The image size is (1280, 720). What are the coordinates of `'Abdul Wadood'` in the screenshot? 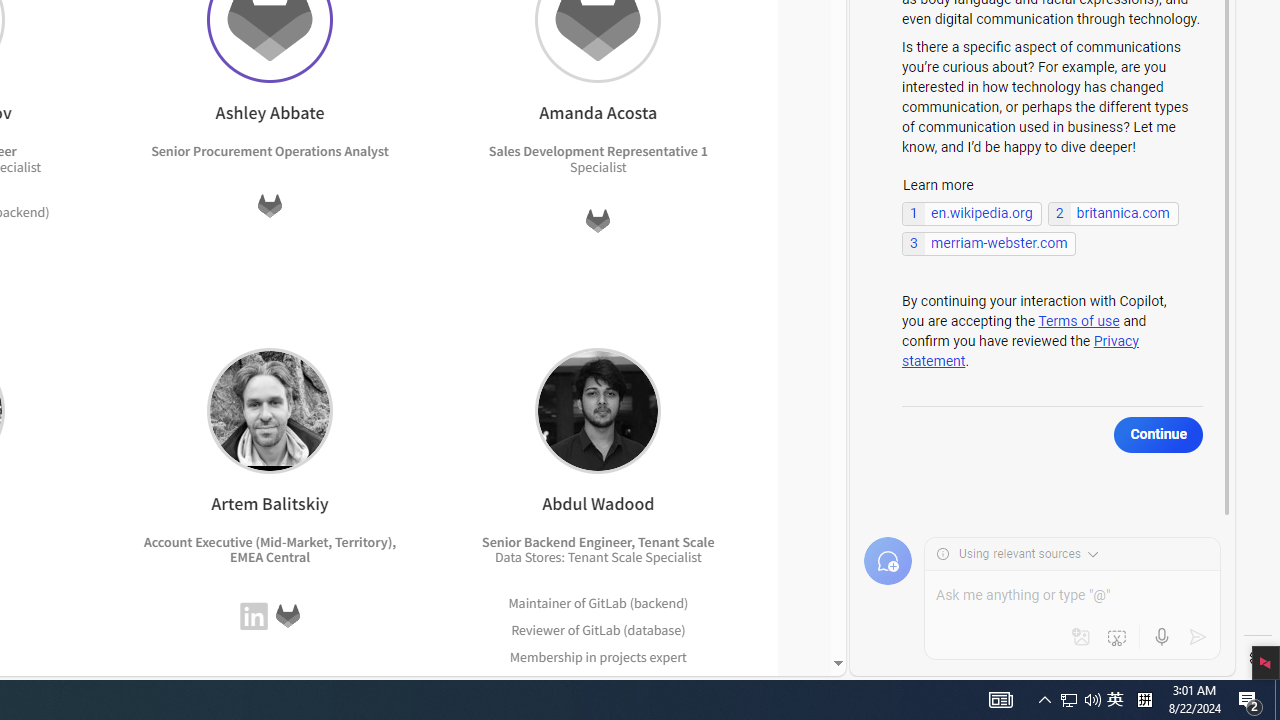 It's located at (597, 409).